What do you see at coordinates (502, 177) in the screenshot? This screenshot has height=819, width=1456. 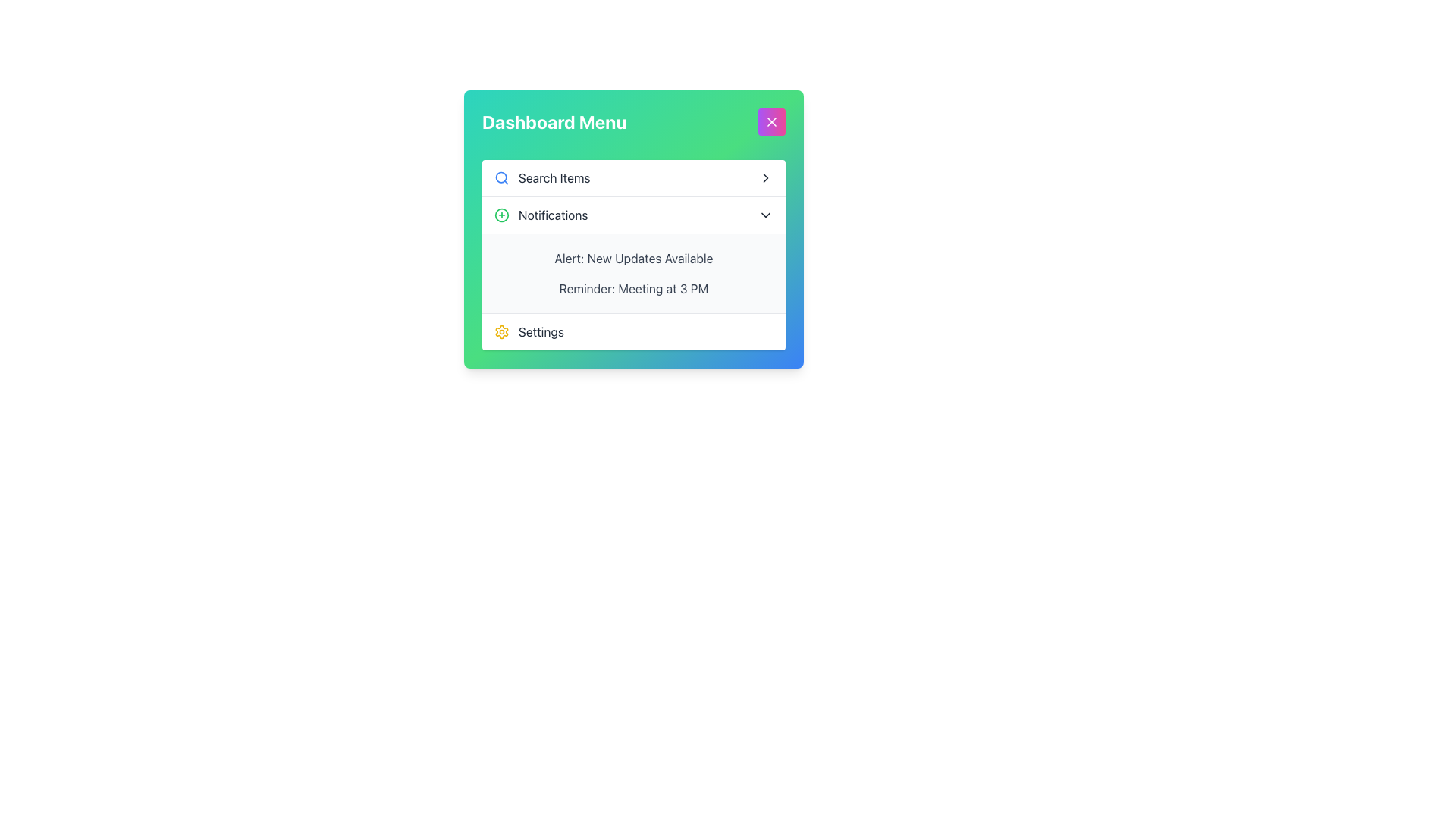 I see `the search icon located to the far left of the 'Search Items' menu item in the 'Dashboard Menu' panel` at bounding box center [502, 177].